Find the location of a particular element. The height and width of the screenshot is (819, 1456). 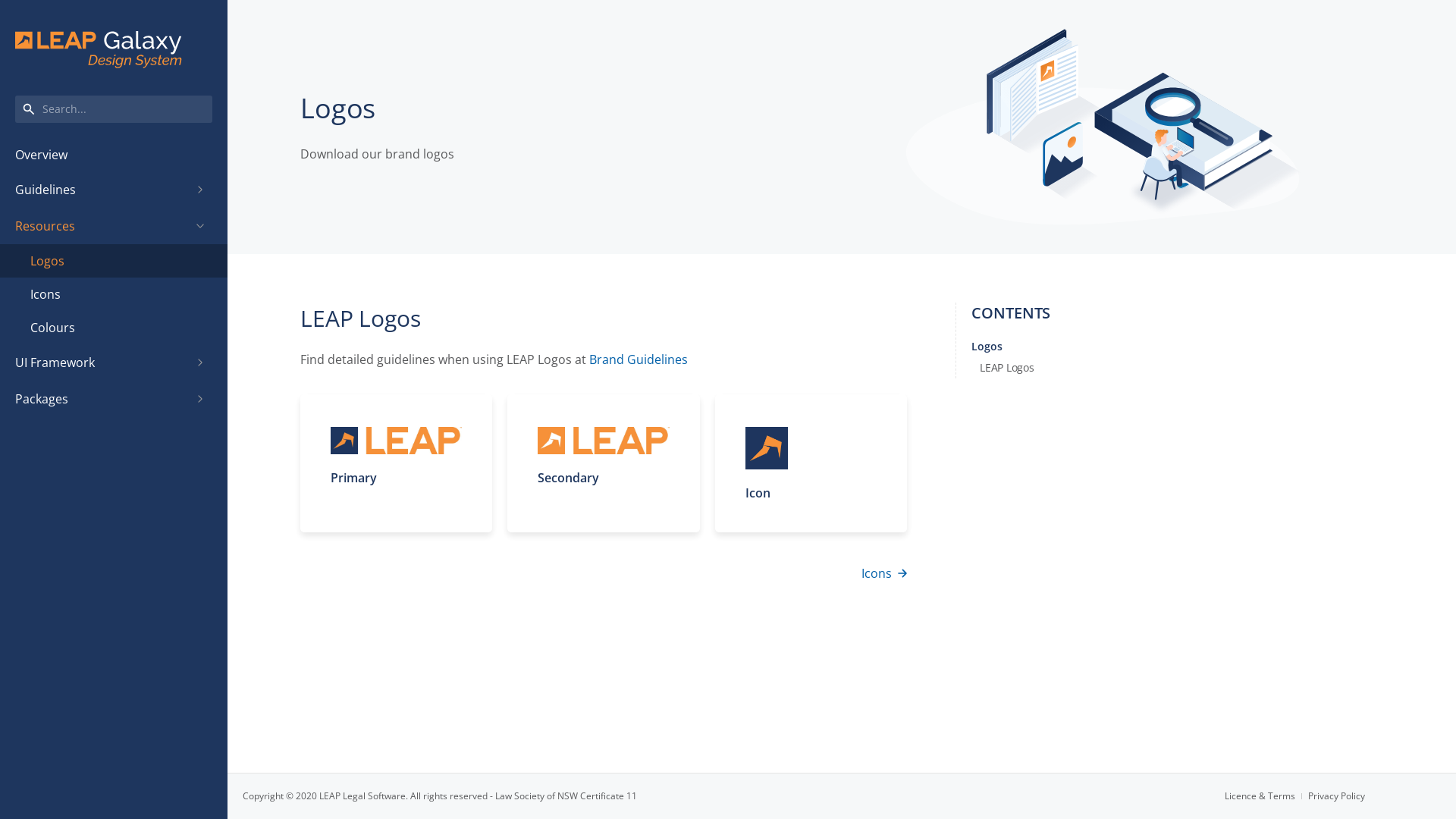

'Brand Guidelines' is located at coordinates (588, 359).